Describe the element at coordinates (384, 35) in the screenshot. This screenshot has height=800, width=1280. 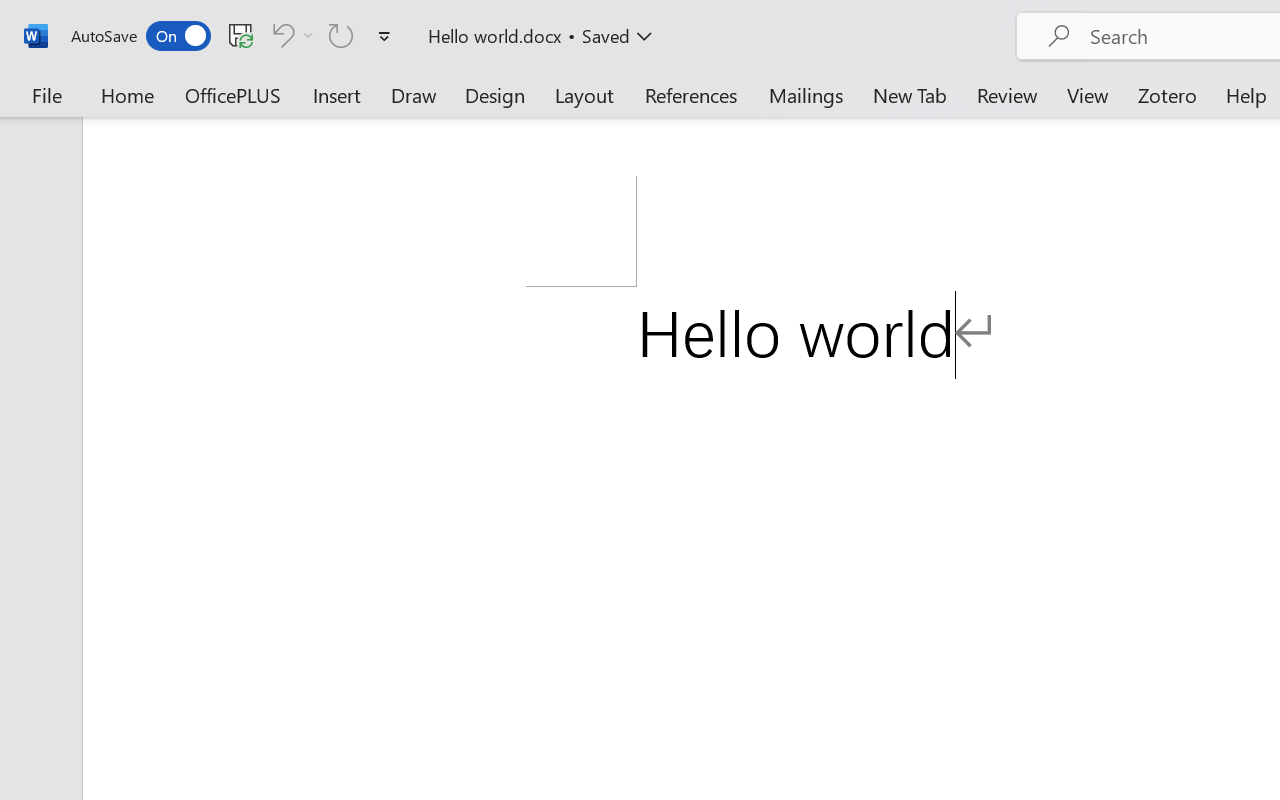
I see `'Customize Quick Access Toolbar'` at that location.